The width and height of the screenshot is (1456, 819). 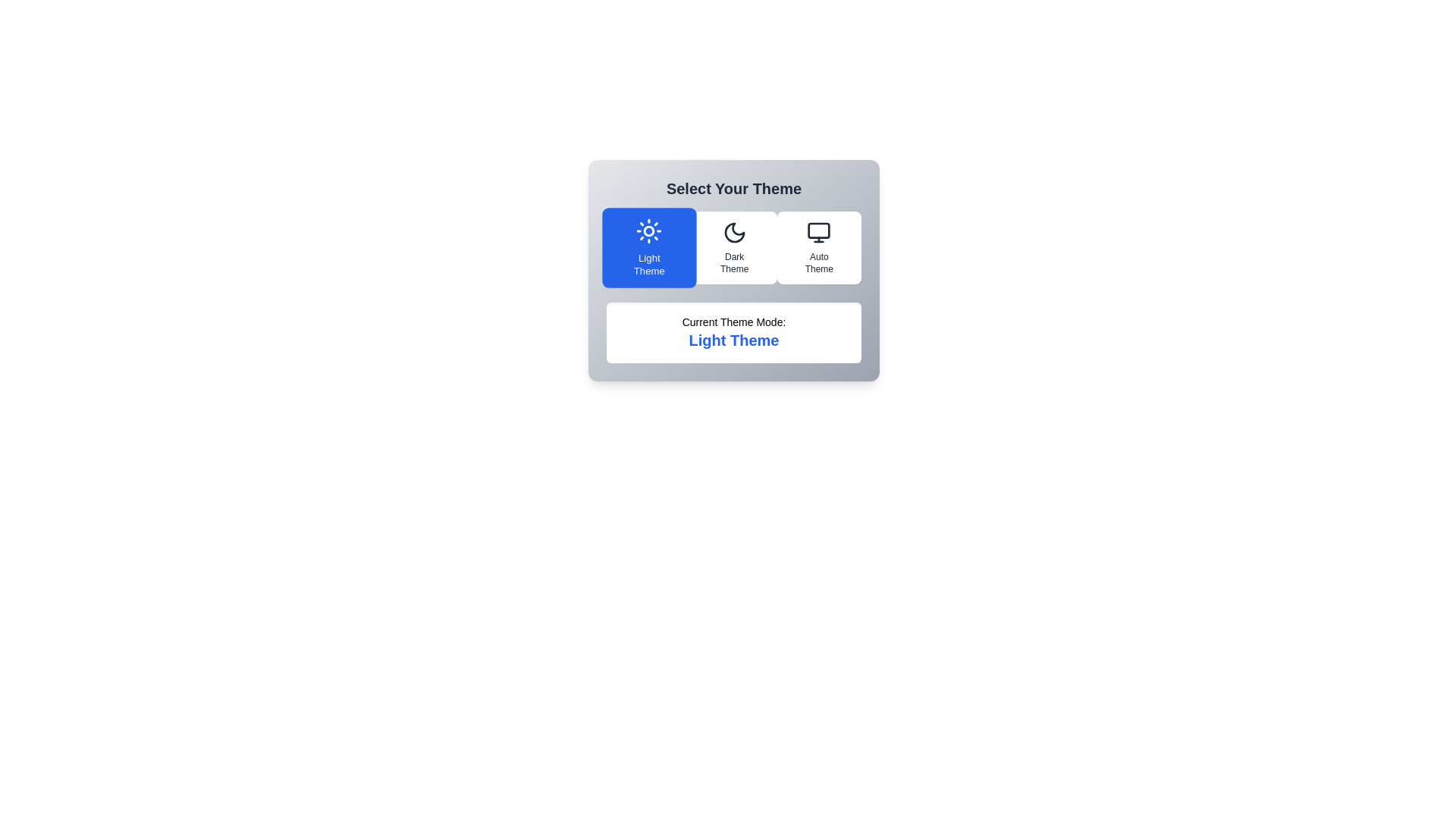 I want to click on the theme Dark Theme by clicking on its corresponding button, so click(x=734, y=247).